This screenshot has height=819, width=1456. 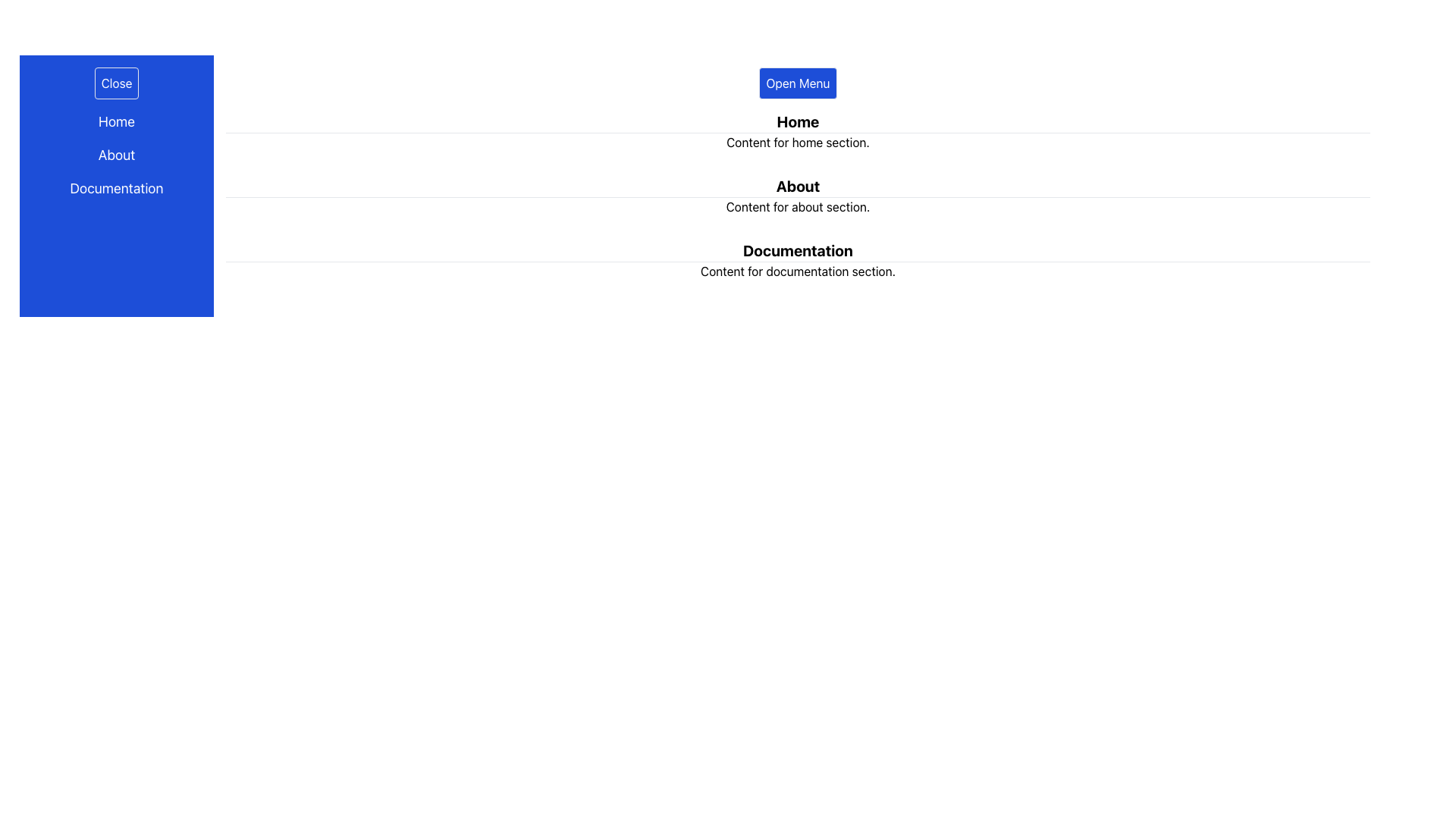 What do you see at coordinates (115, 120) in the screenshot?
I see `the 'Home' link on the blue background` at bounding box center [115, 120].